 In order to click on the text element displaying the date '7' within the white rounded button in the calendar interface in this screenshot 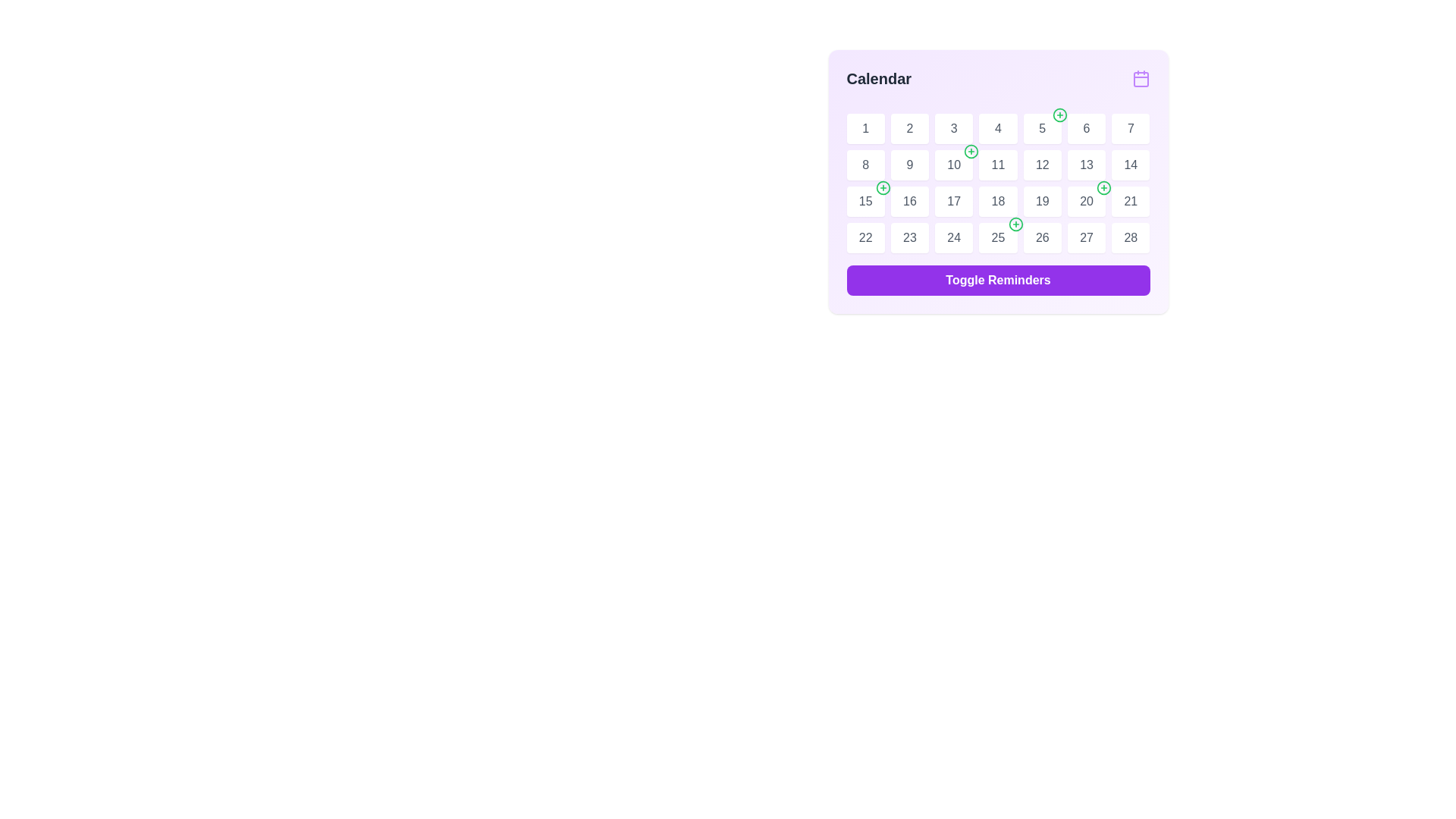, I will do `click(1131, 127)`.